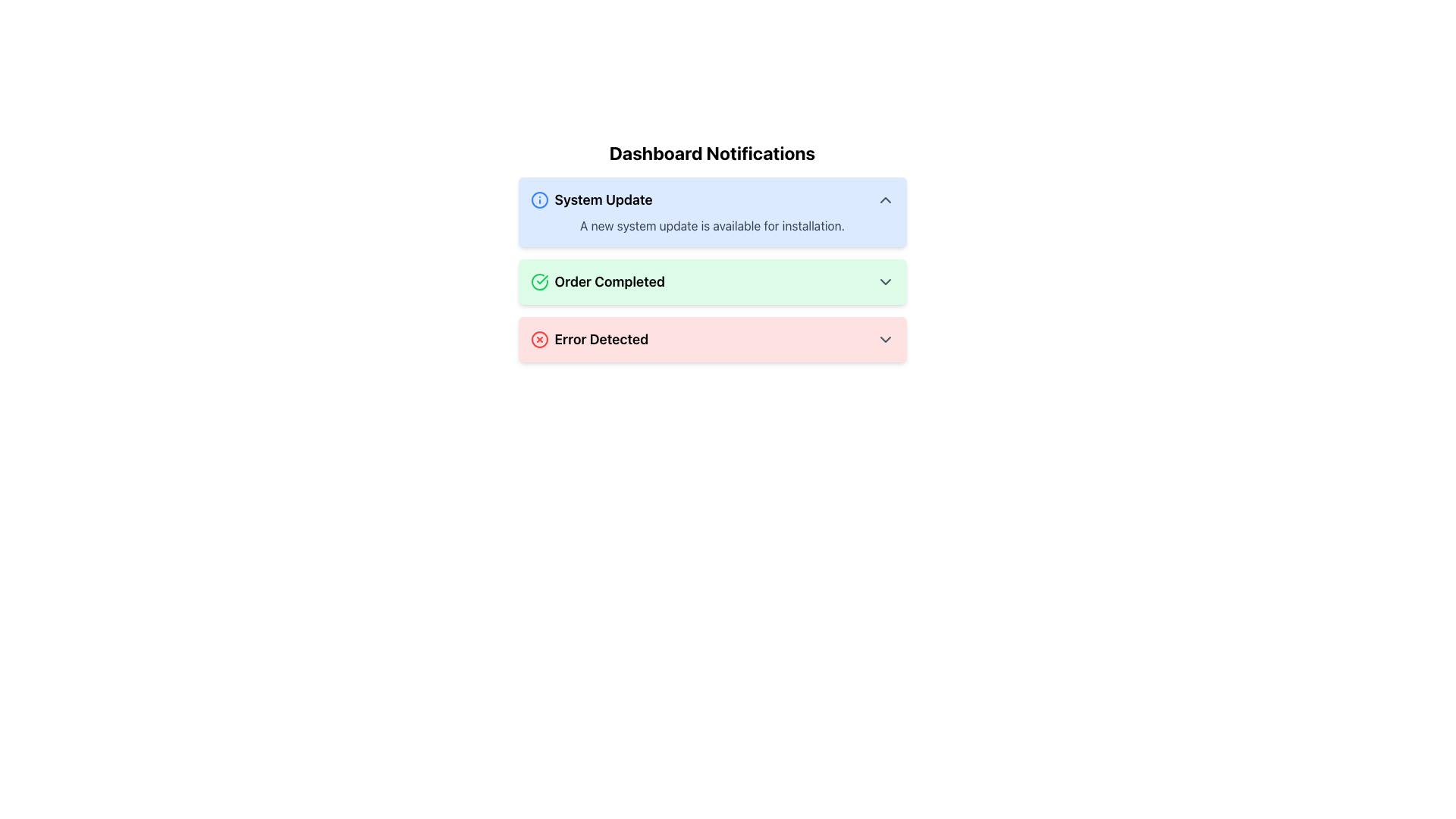  What do you see at coordinates (711, 338) in the screenshot?
I see `the error notification banner located in the third notification card titled 'Error Detected'` at bounding box center [711, 338].